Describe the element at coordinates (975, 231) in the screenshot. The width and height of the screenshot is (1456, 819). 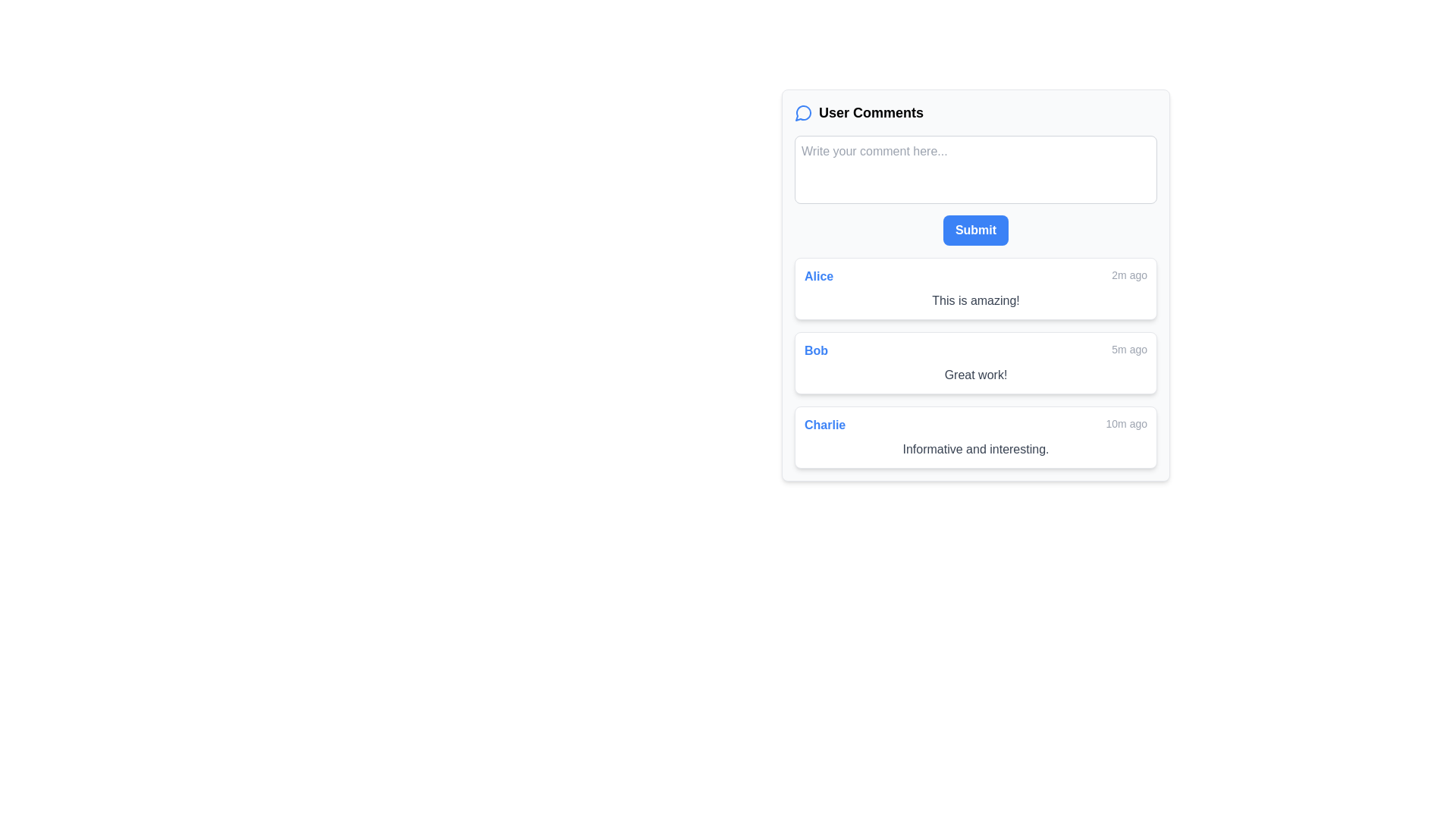
I see `the submission button located below the text input field with the placeholder 'Write your comment here...'` at that location.